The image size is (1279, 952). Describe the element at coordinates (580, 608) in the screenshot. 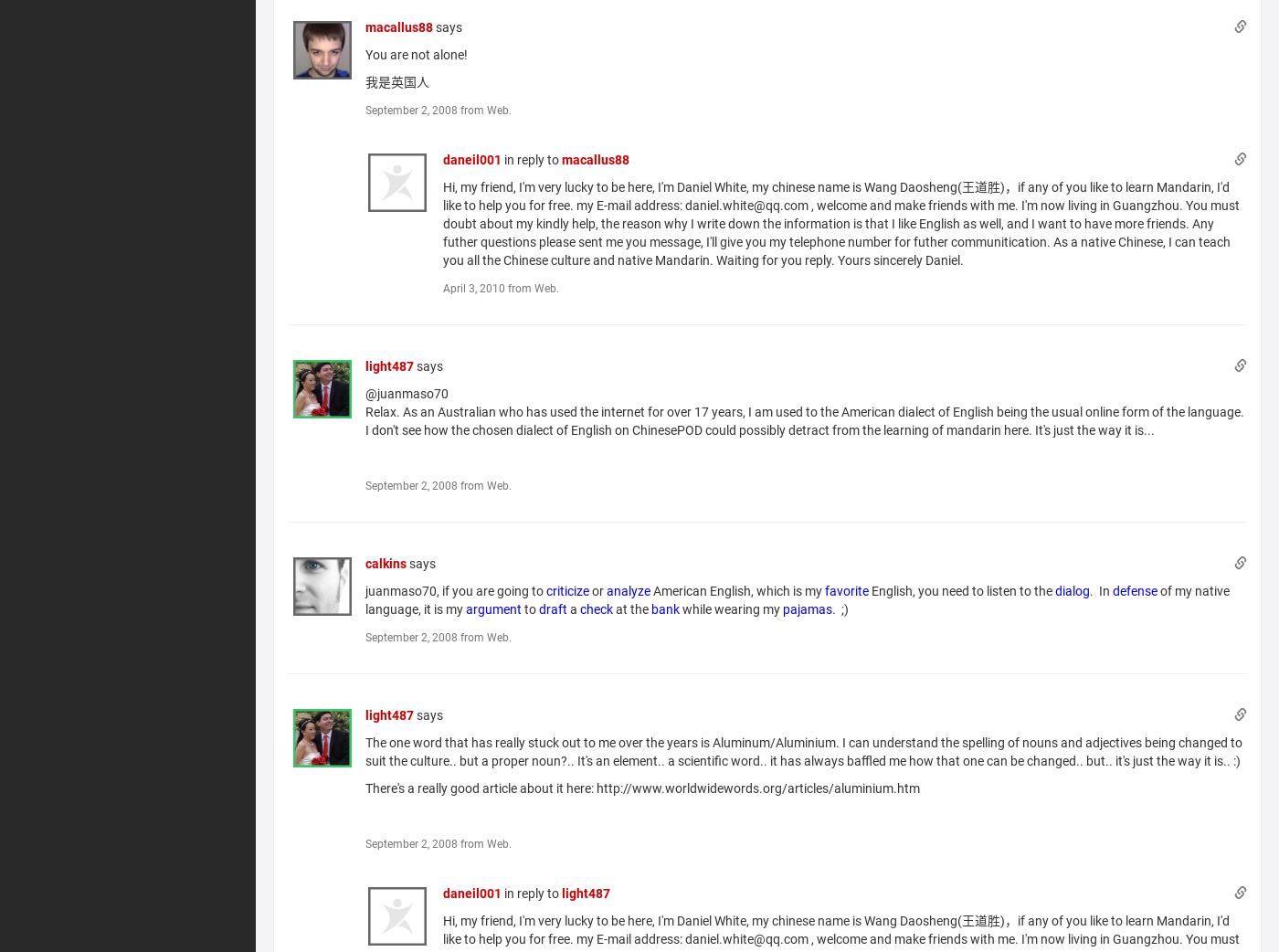

I see `'check'` at that location.